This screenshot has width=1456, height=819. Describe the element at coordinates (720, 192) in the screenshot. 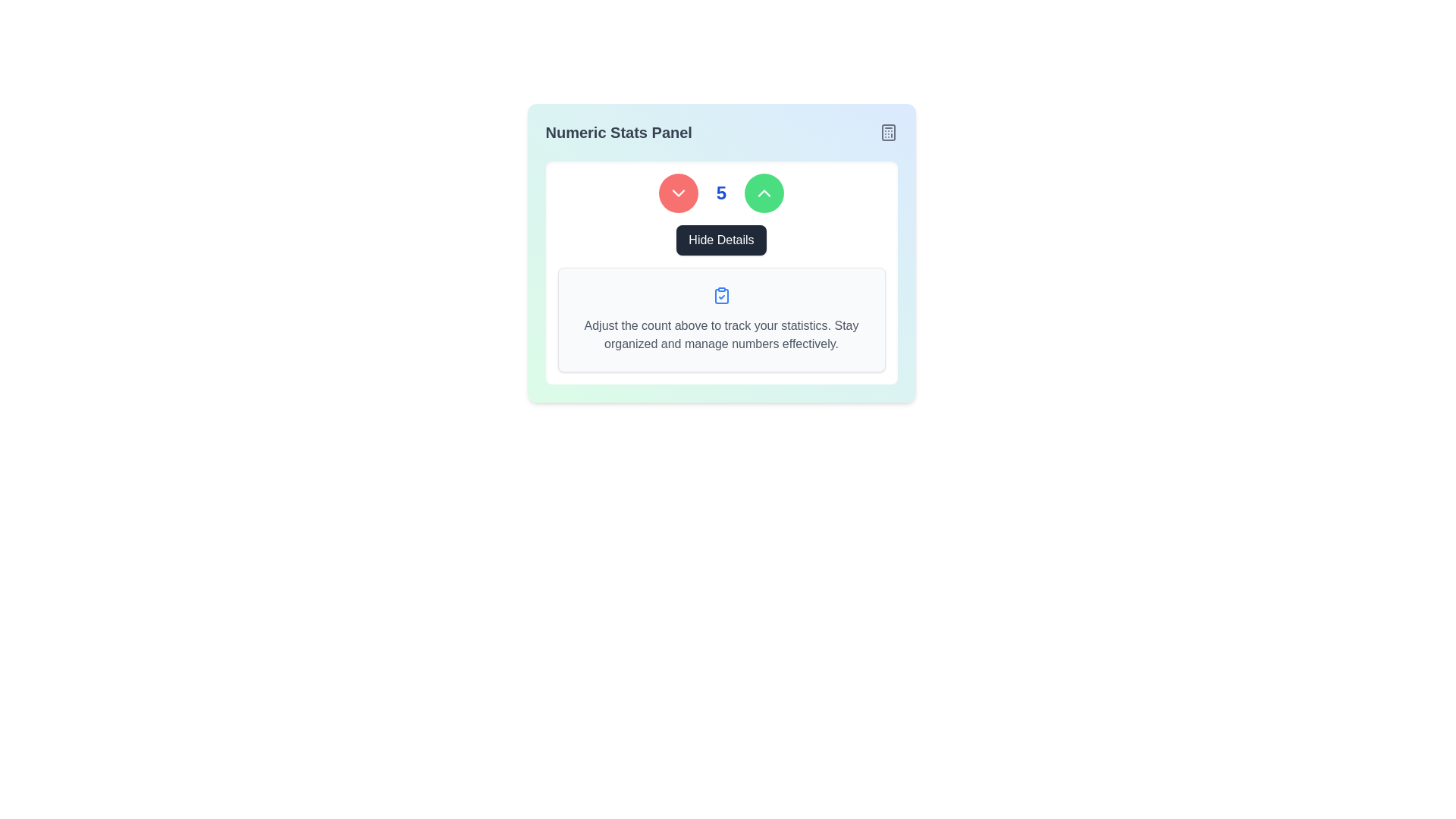

I see `the static text element that displays a numeric value, which is centrally located between a red button with a downwards arrow on the left and a green button with an upwards arrow on the right` at that location.